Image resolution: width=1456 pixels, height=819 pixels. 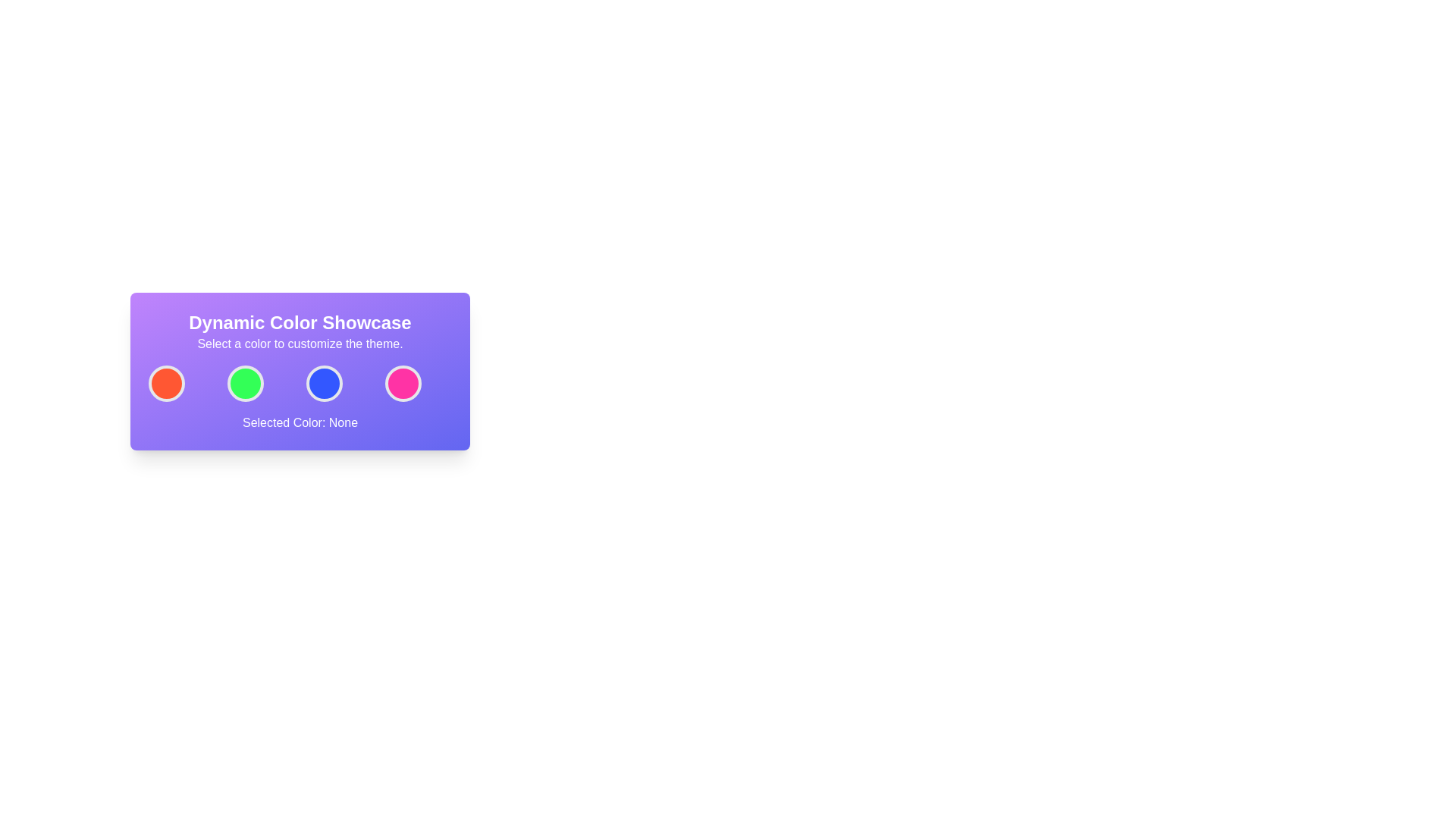 I want to click on the Static Text Display that shows 'Selected Color: None' with a white font on a purple gradient background located at the bottom of the color selection interface, so click(x=300, y=423).